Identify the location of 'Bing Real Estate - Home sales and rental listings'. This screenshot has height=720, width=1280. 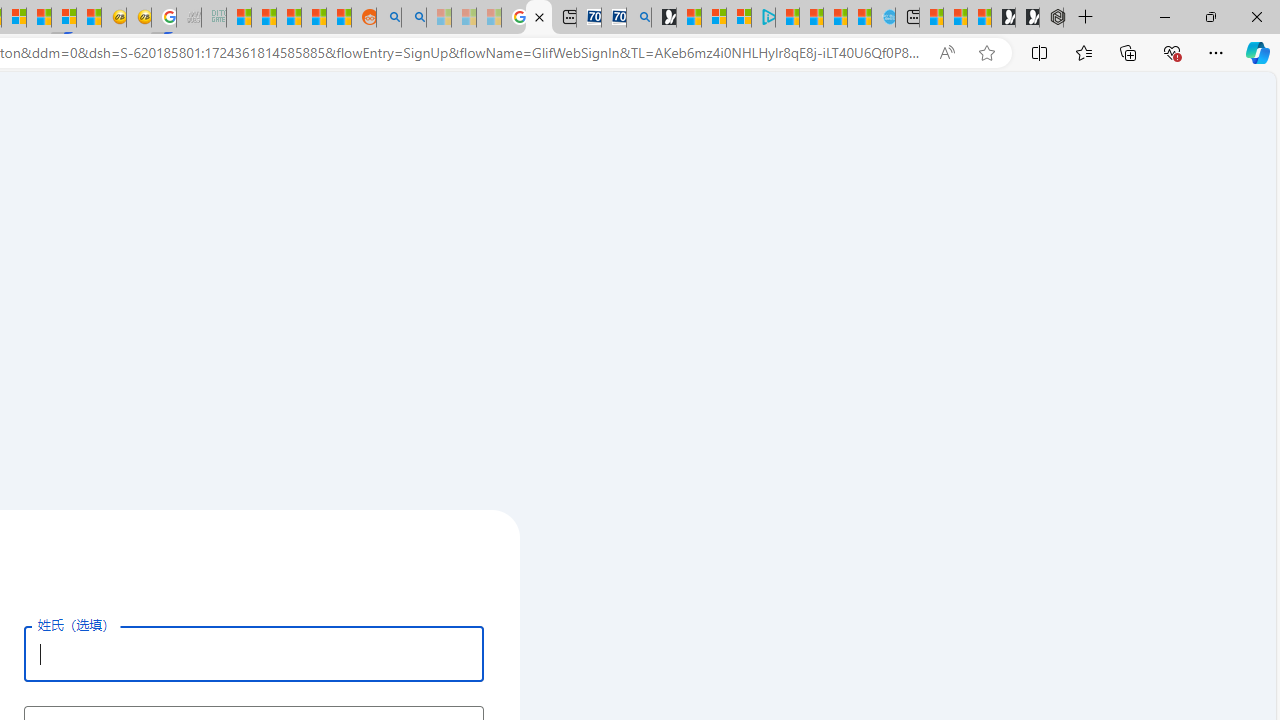
(638, 17).